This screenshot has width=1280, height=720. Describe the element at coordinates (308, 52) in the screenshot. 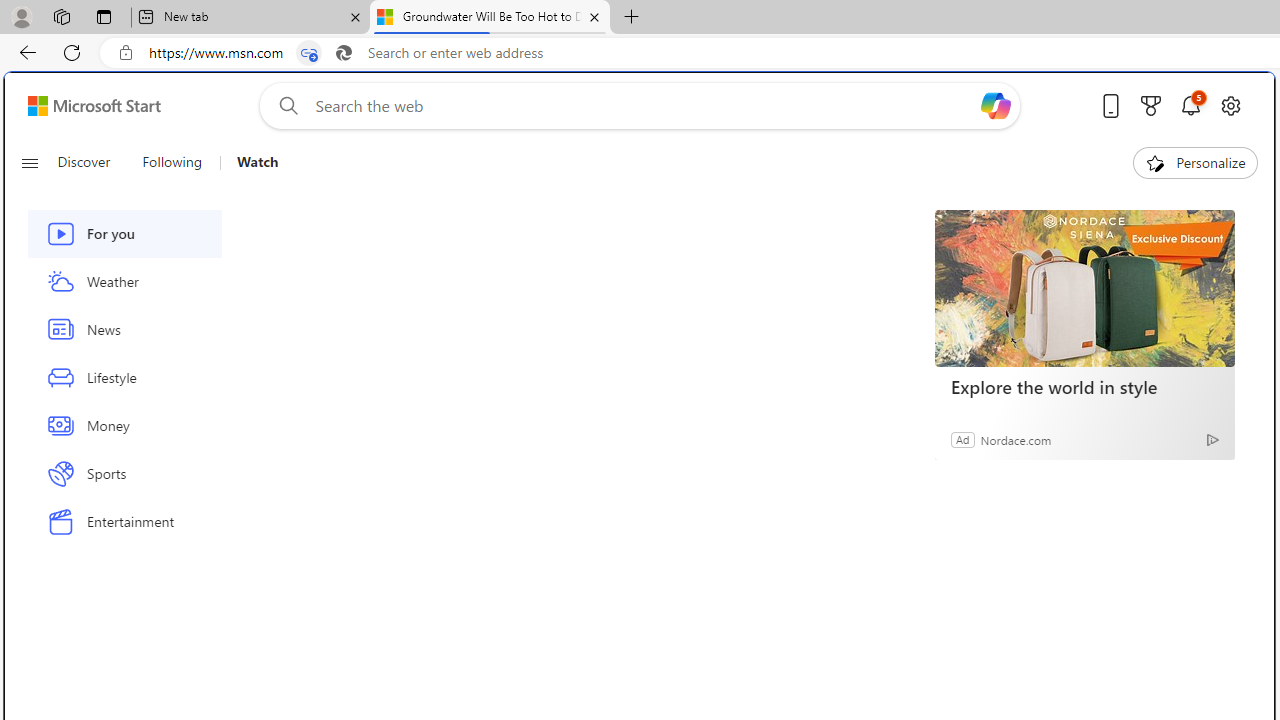

I see `'Tabs in split screen'` at that location.